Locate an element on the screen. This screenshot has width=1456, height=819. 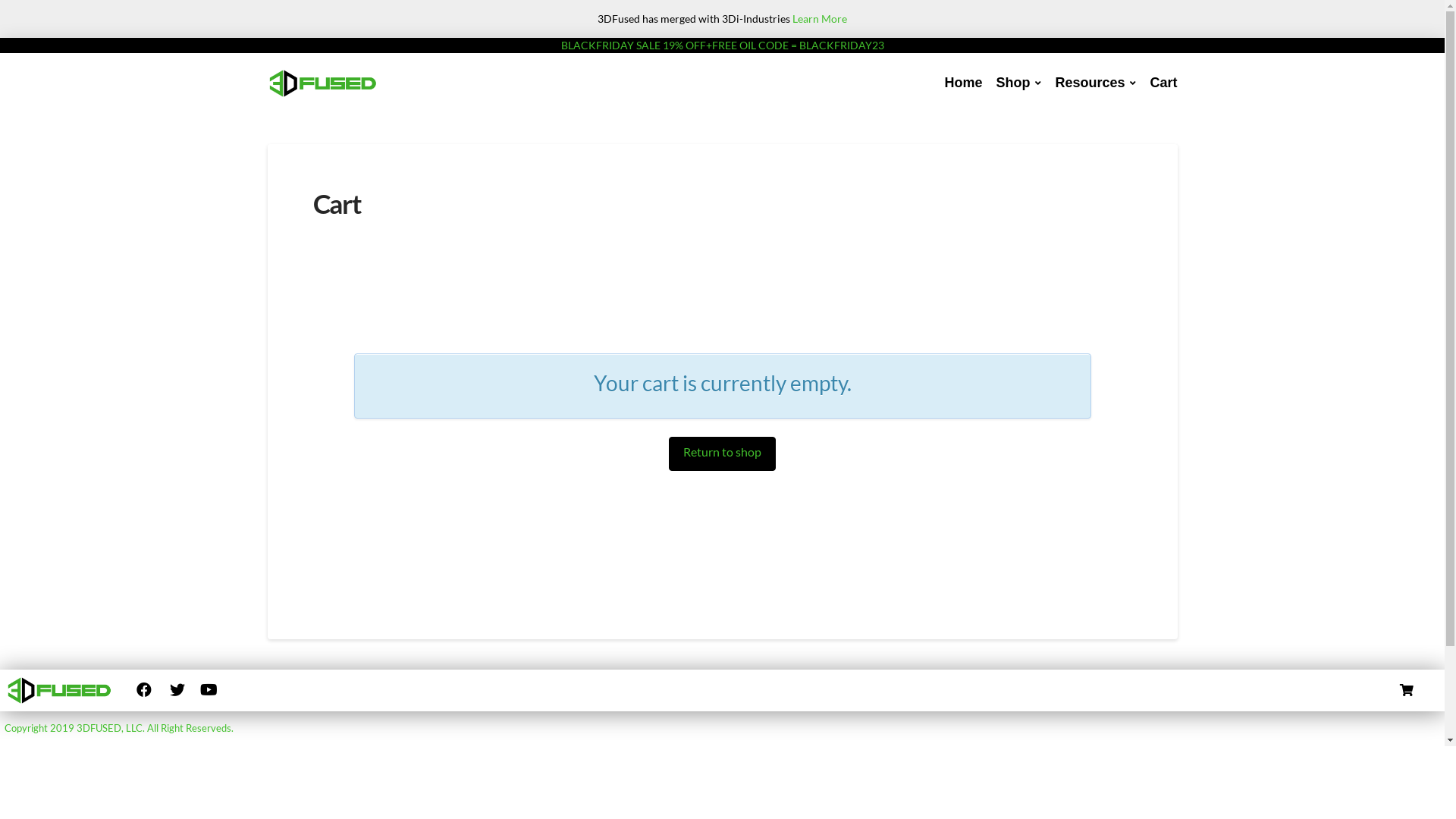
'Return to shop' is located at coordinates (668, 453).